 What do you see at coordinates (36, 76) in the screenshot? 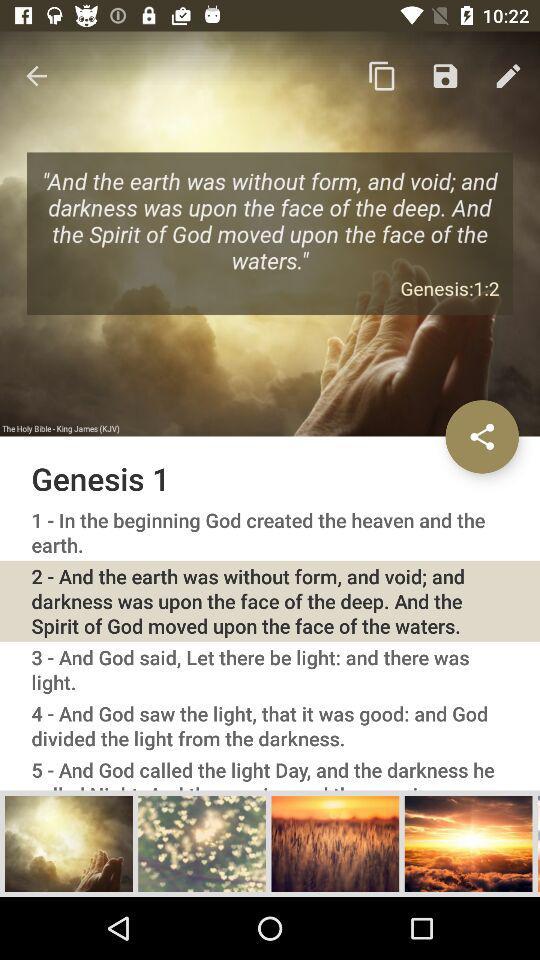
I see `item above the genesis 1 icon` at bounding box center [36, 76].